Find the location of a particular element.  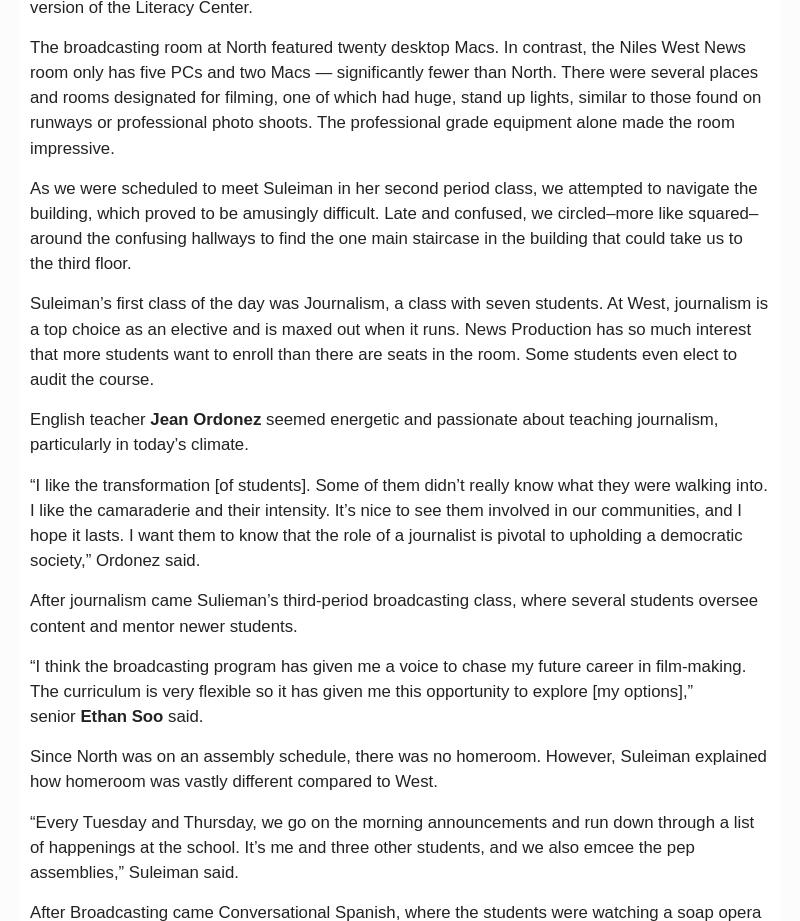

'“Every Tuesday and Thursday, we go on the morning announcements and run down through a list of happenings at the school. It’s me and three other students, and we also emcee the pep assemblies,” Suleiman said.' is located at coordinates (391, 846).